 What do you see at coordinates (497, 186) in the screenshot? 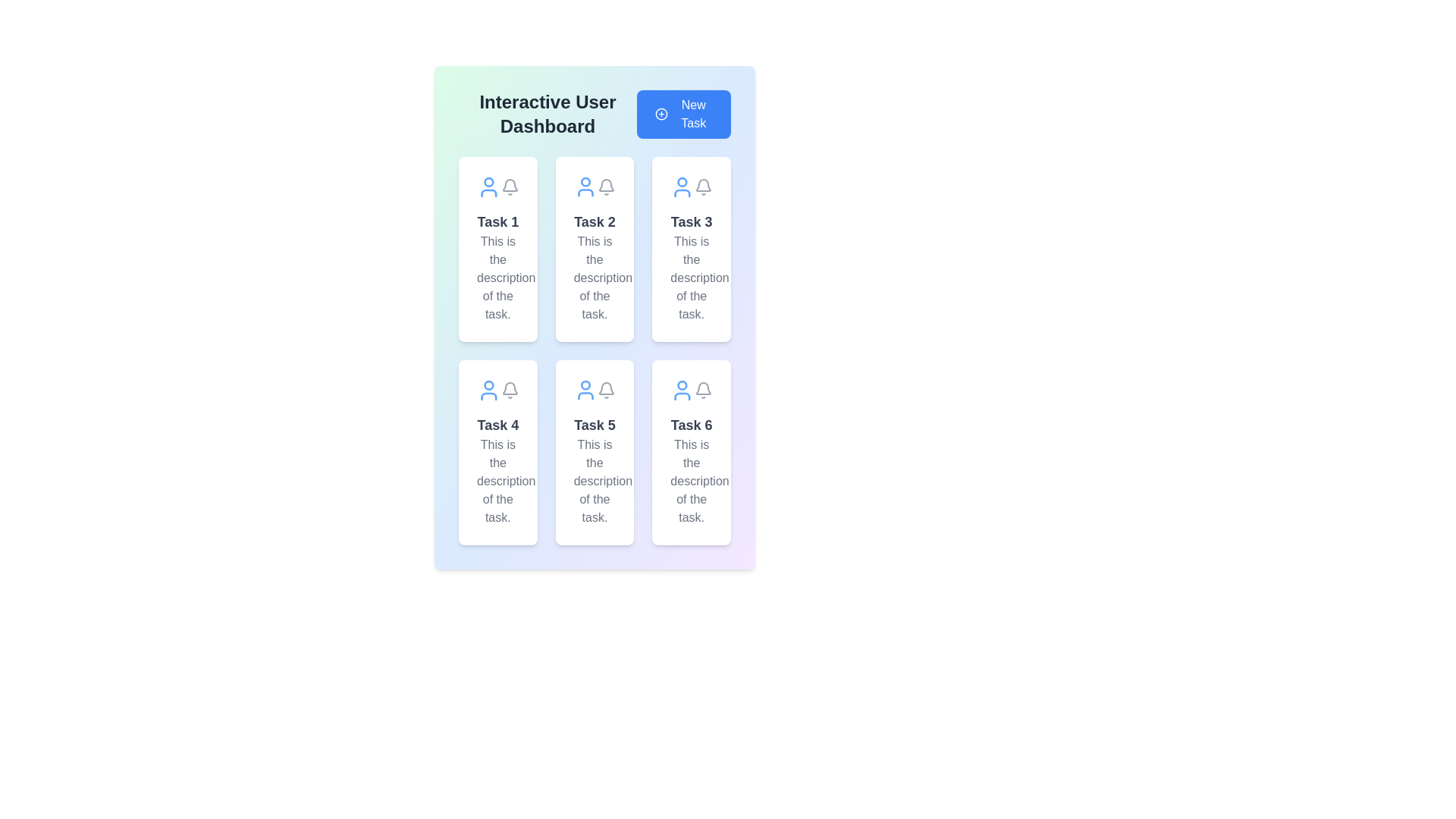
I see `the Decorative icon group consisting of a user profile icon in blue and a notification bell icon in gray, located in the top-left corner of the 'Task 1' card in the dashboard` at bounding box center [497, 186].